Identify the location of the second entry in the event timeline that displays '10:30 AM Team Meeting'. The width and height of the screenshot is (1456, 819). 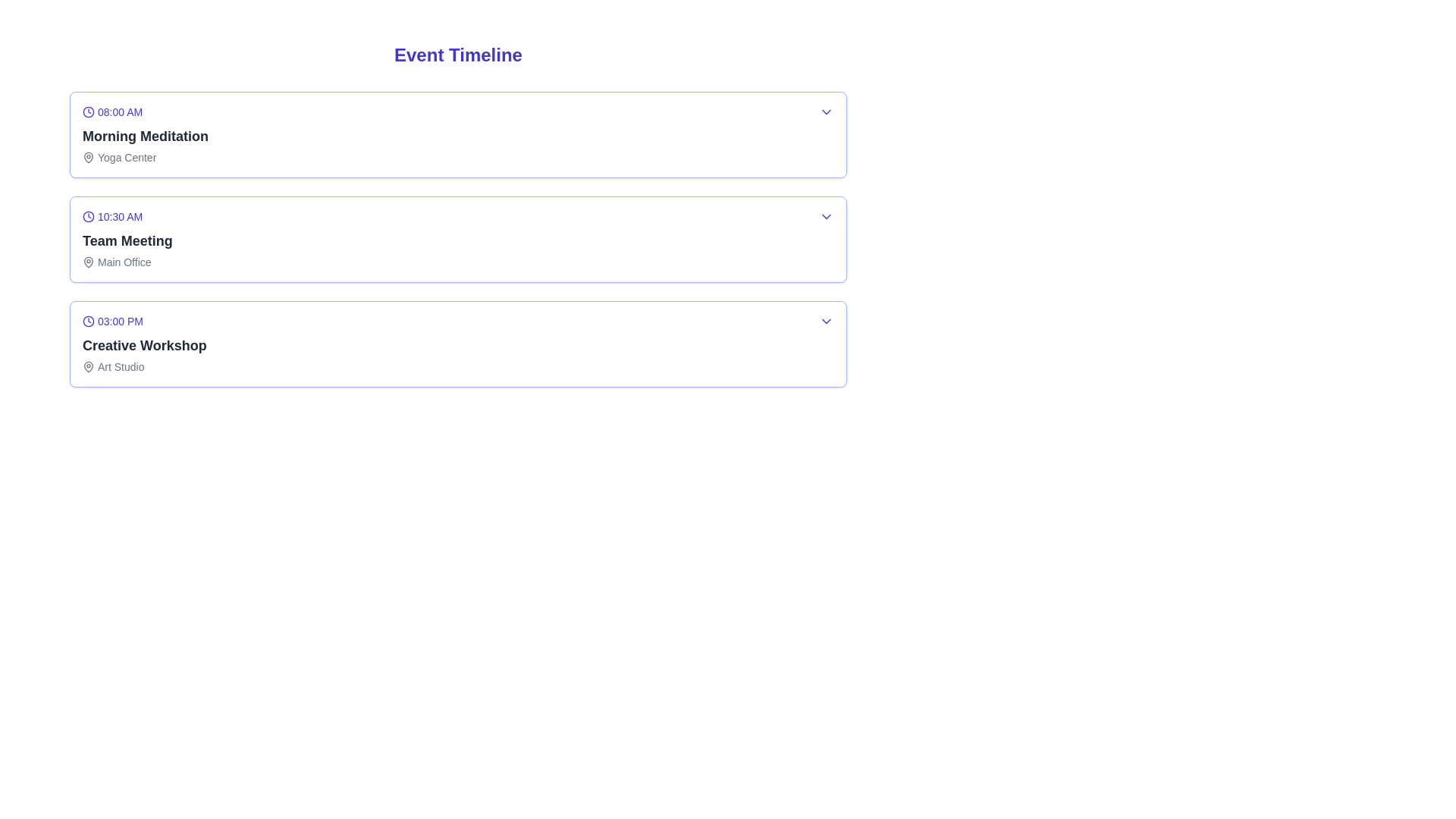
(457, 239).